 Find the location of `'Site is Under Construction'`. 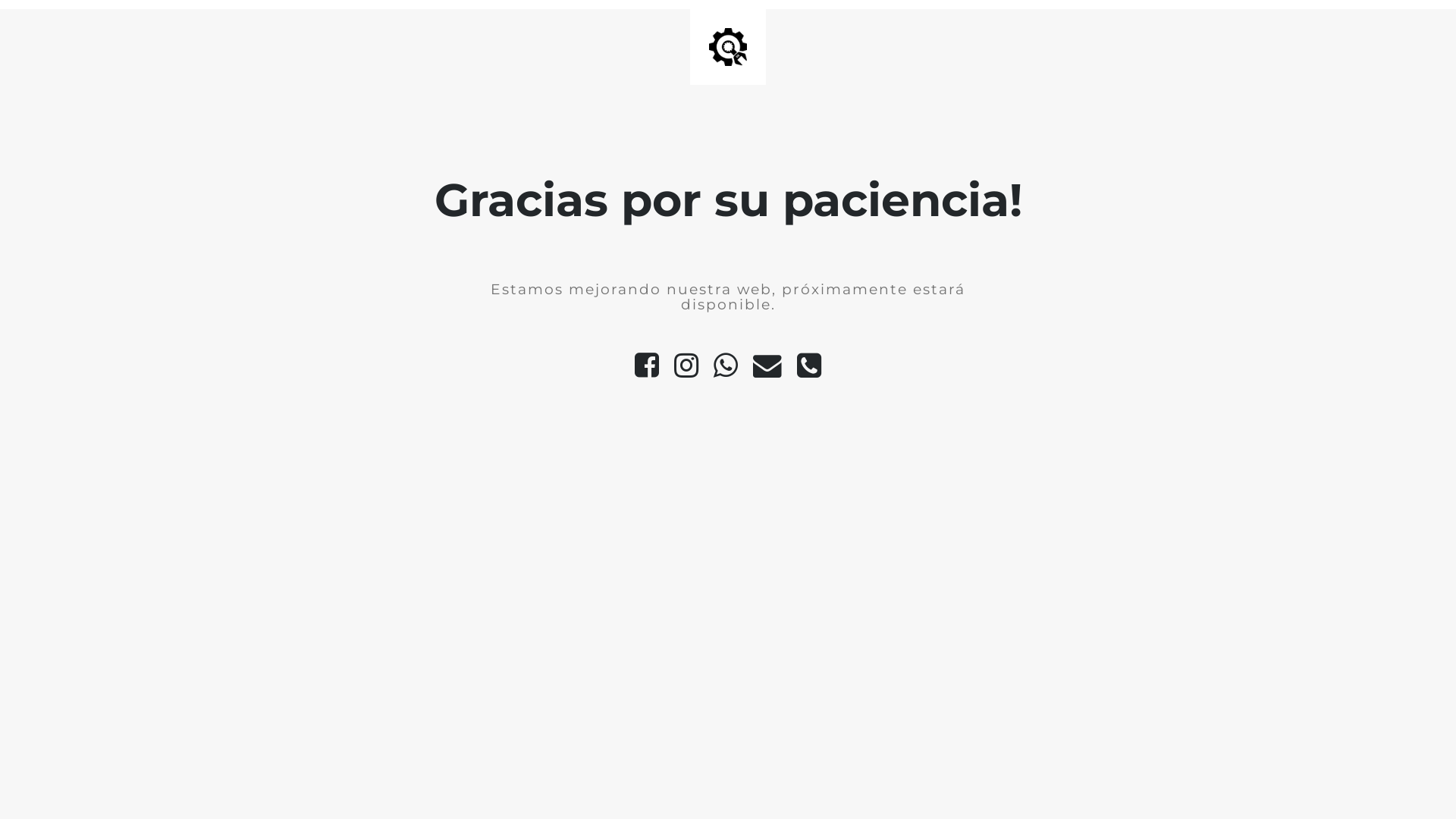

'Site is Under Construction' is located at coordinates (728, 45).